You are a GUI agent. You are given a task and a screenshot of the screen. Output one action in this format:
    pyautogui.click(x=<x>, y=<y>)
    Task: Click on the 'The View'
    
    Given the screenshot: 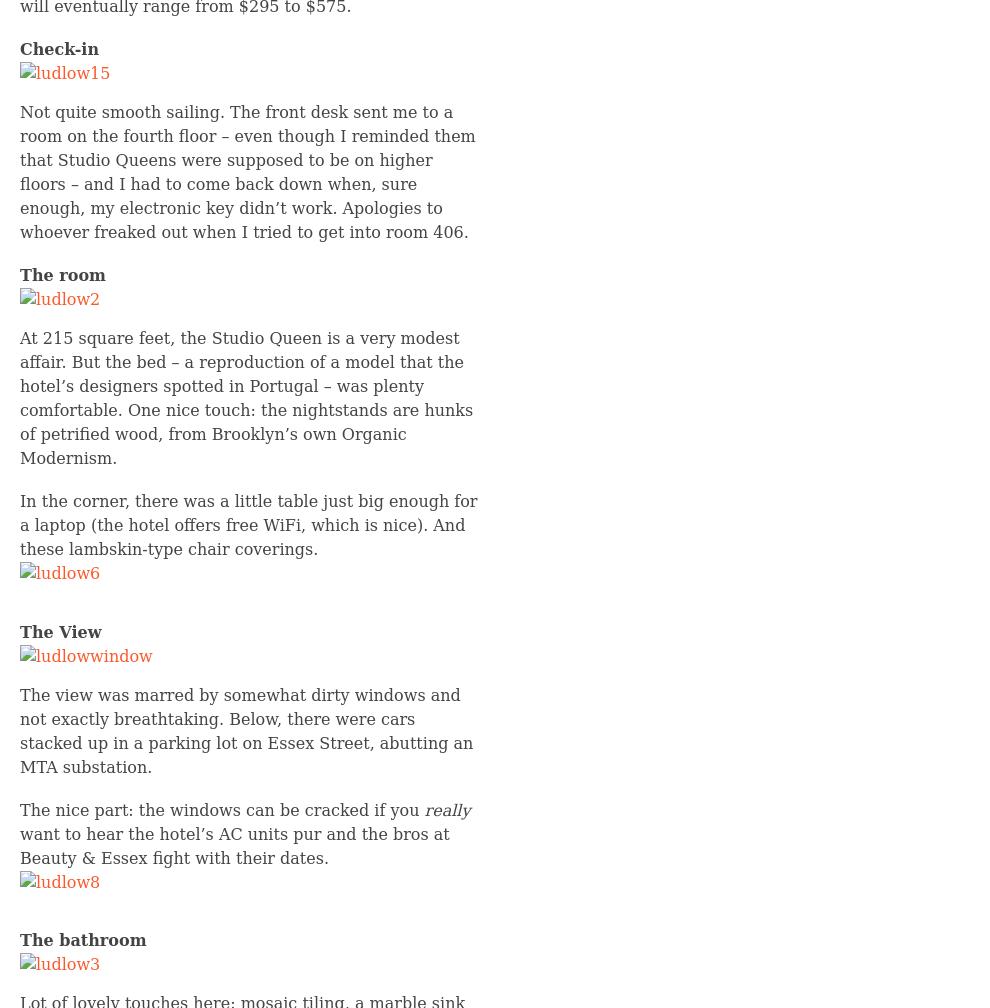 What is the action you would take?
    pyautogui.click(x=60, y=631)
    